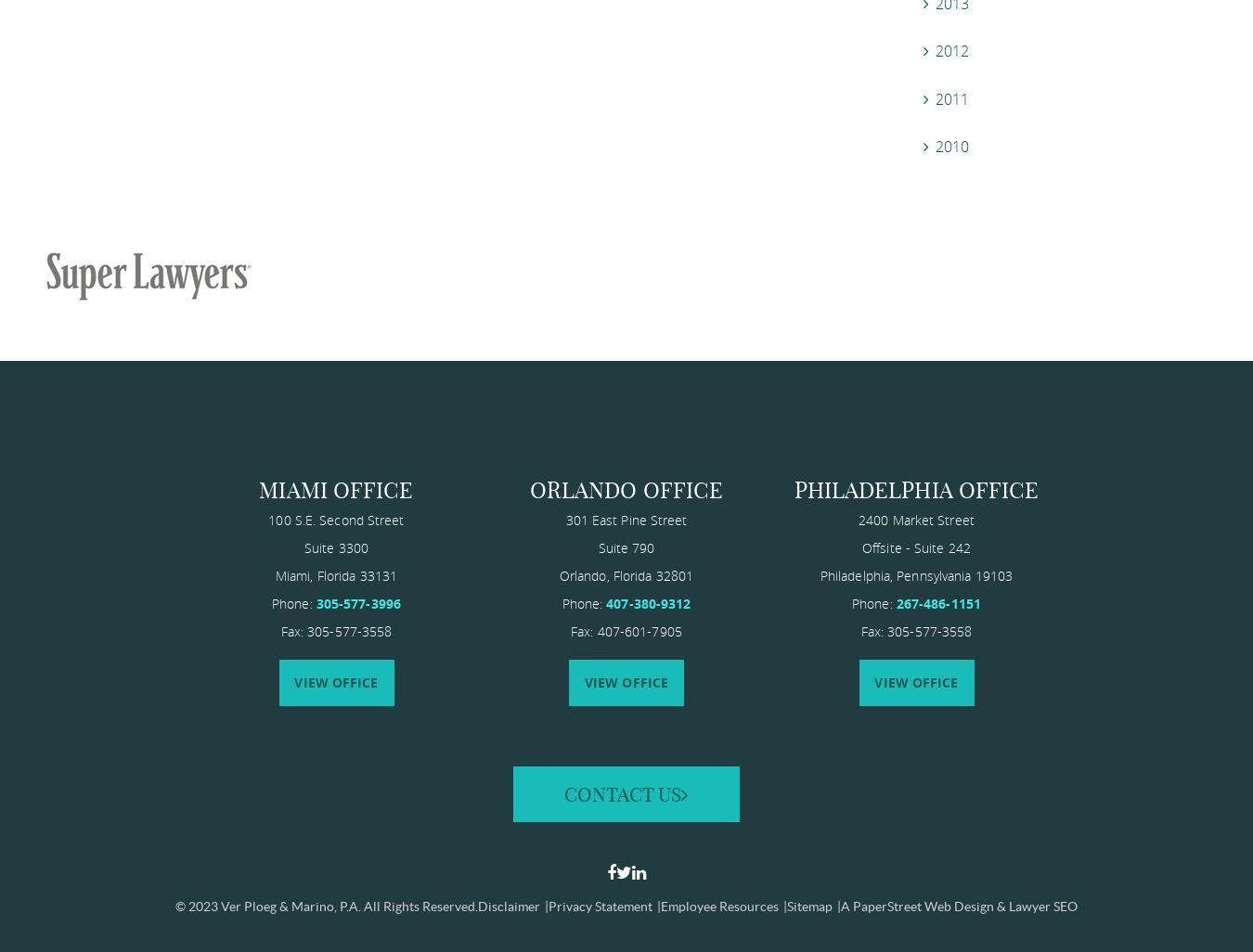  What do you see at coordinates (916, 905) in the screenshot?
I see `'A PaperStreet Web Design'` at bounding box center [916, 905].